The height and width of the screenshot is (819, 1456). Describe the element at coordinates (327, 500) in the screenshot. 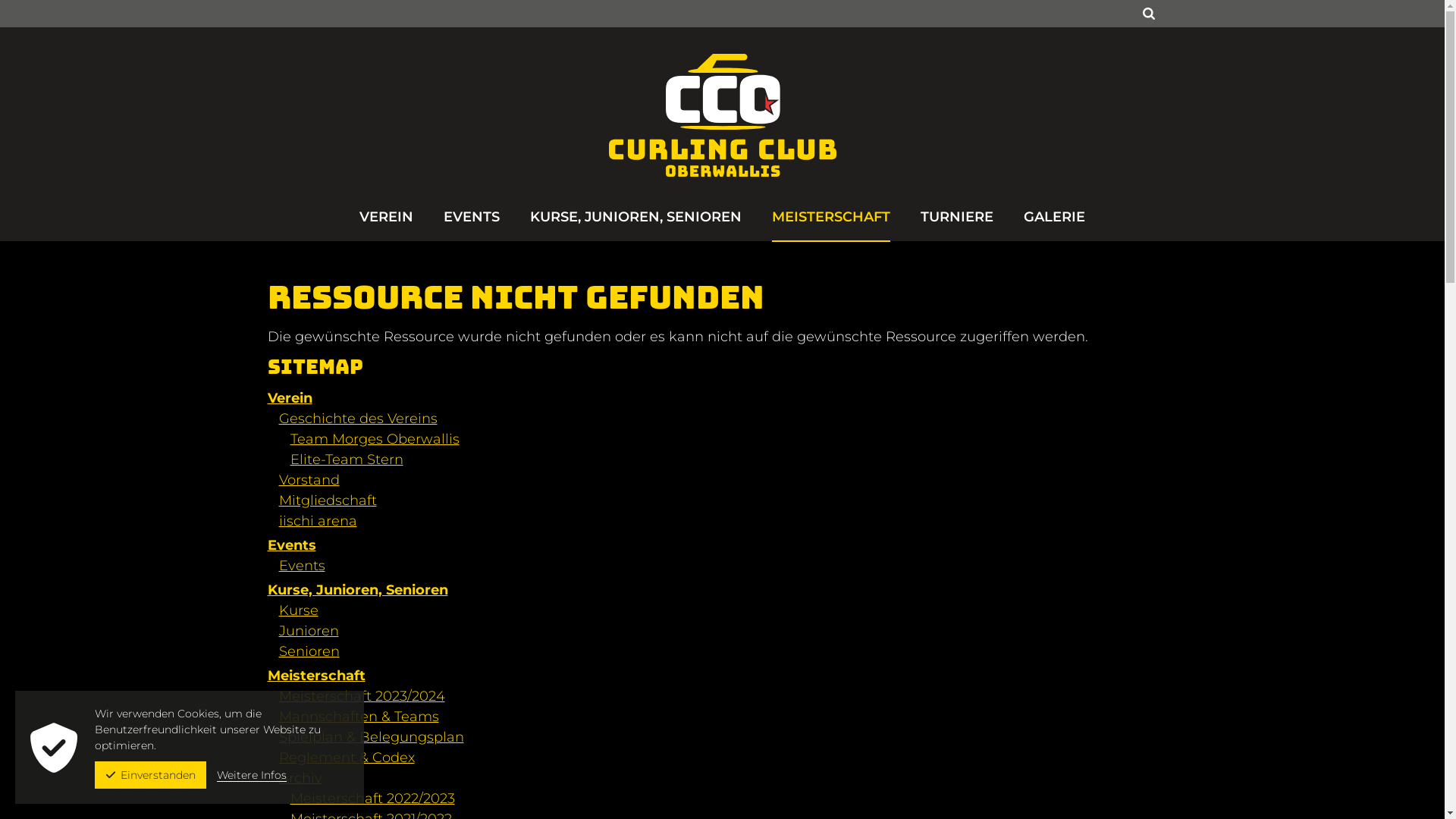

I see `'Mitgliedschaft'` at that location.